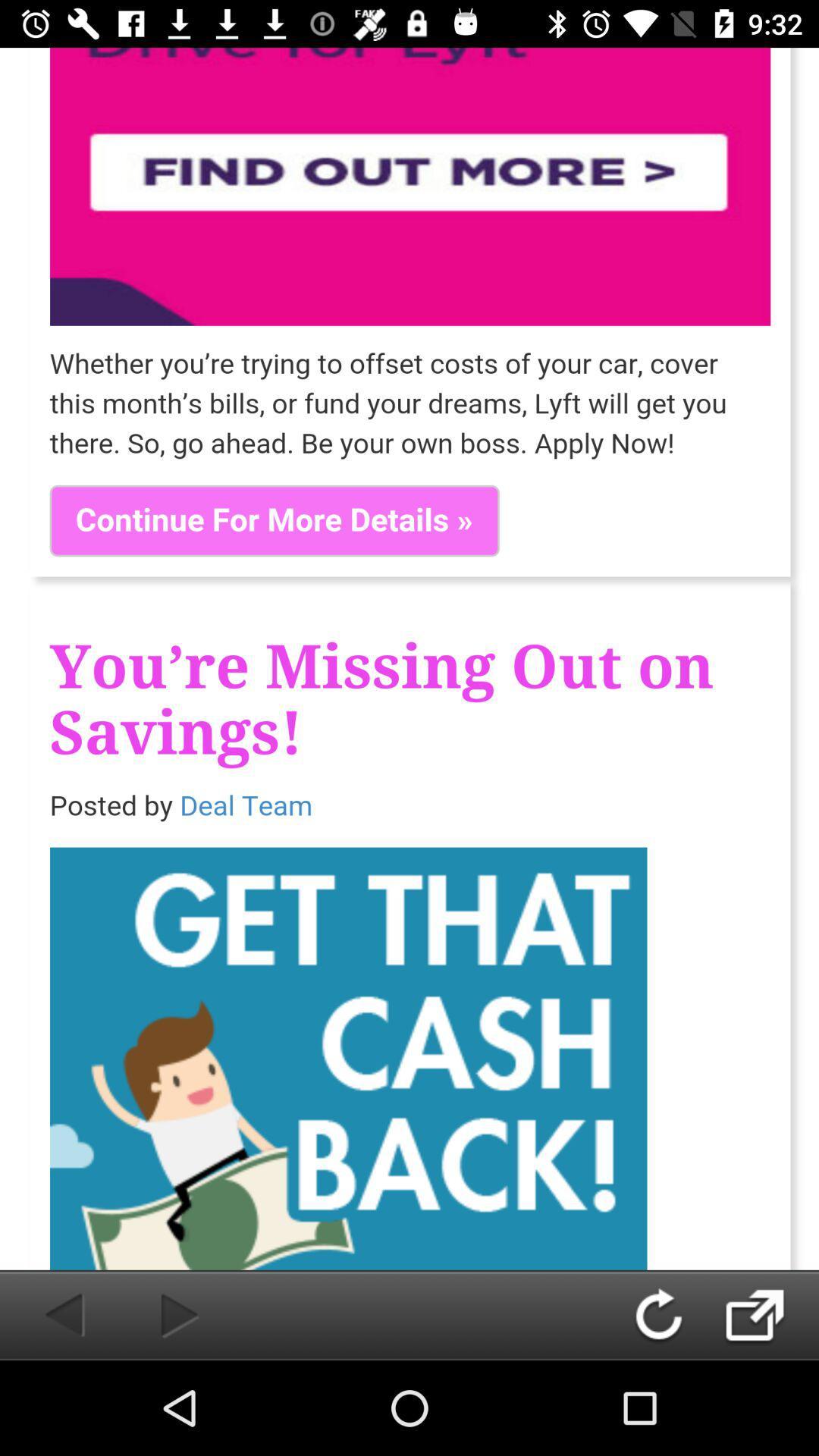  I want to click on the arrow_backward icon, so click(47, 1314).